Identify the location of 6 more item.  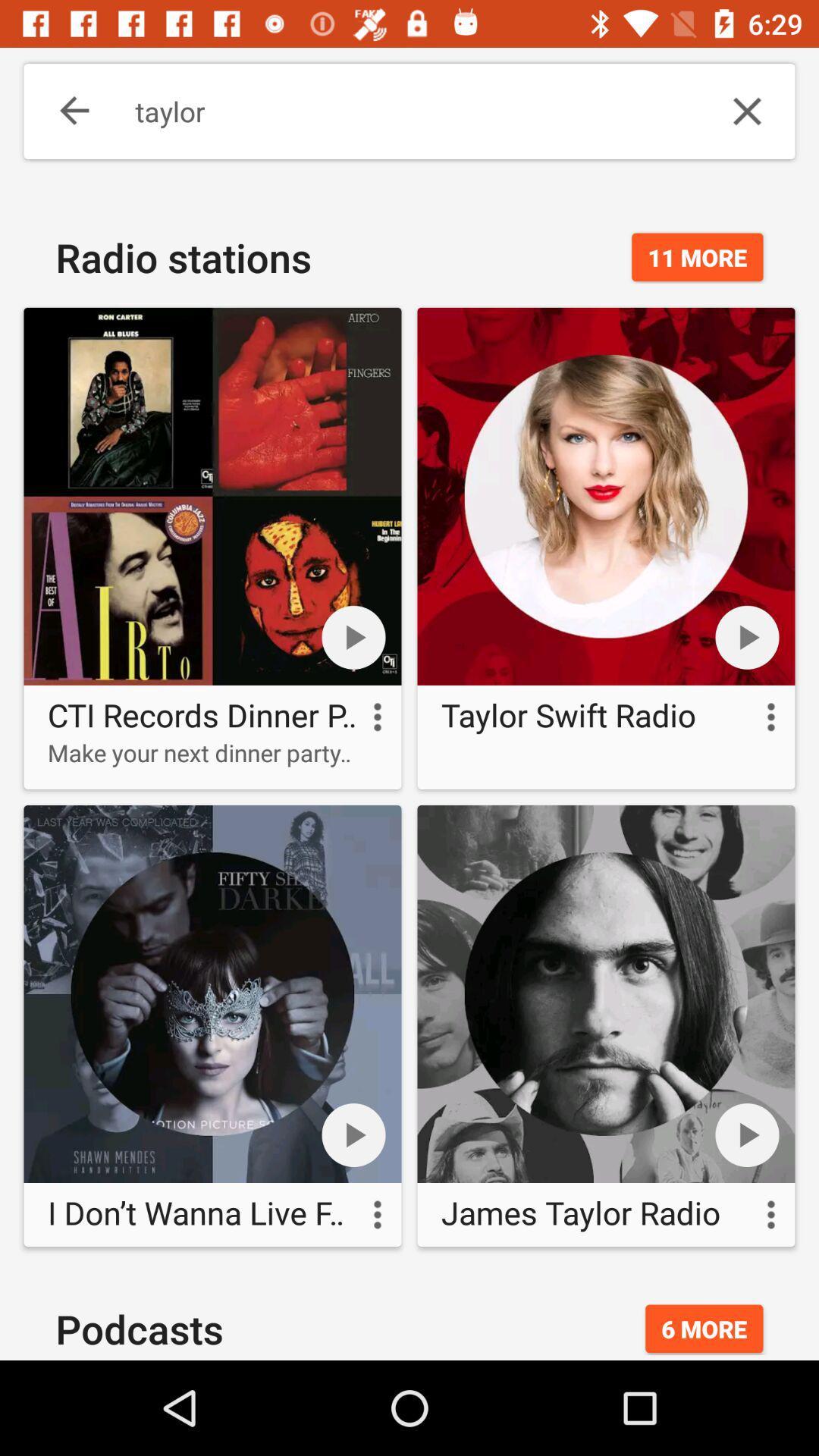
(704, 1328).